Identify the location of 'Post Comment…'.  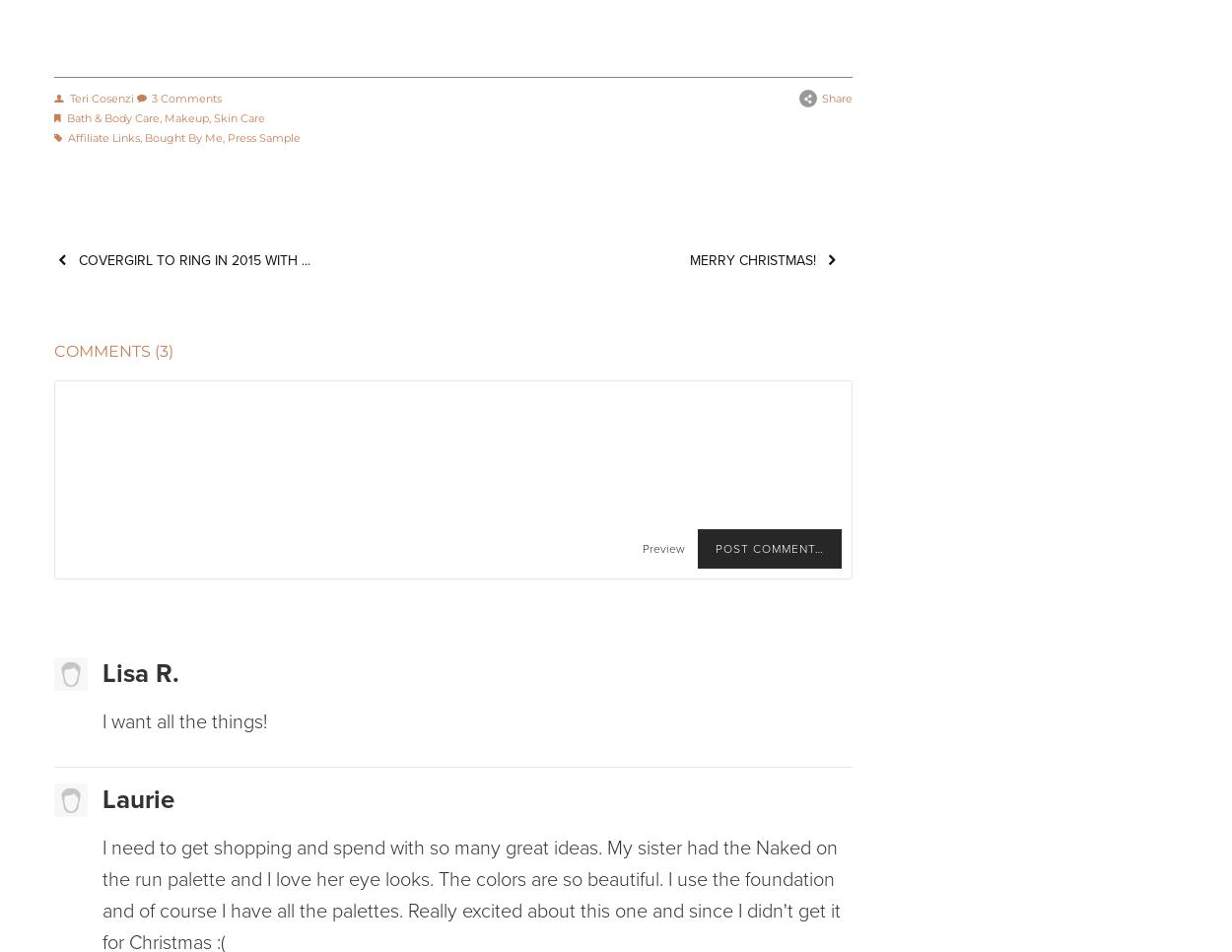
(770, 547).